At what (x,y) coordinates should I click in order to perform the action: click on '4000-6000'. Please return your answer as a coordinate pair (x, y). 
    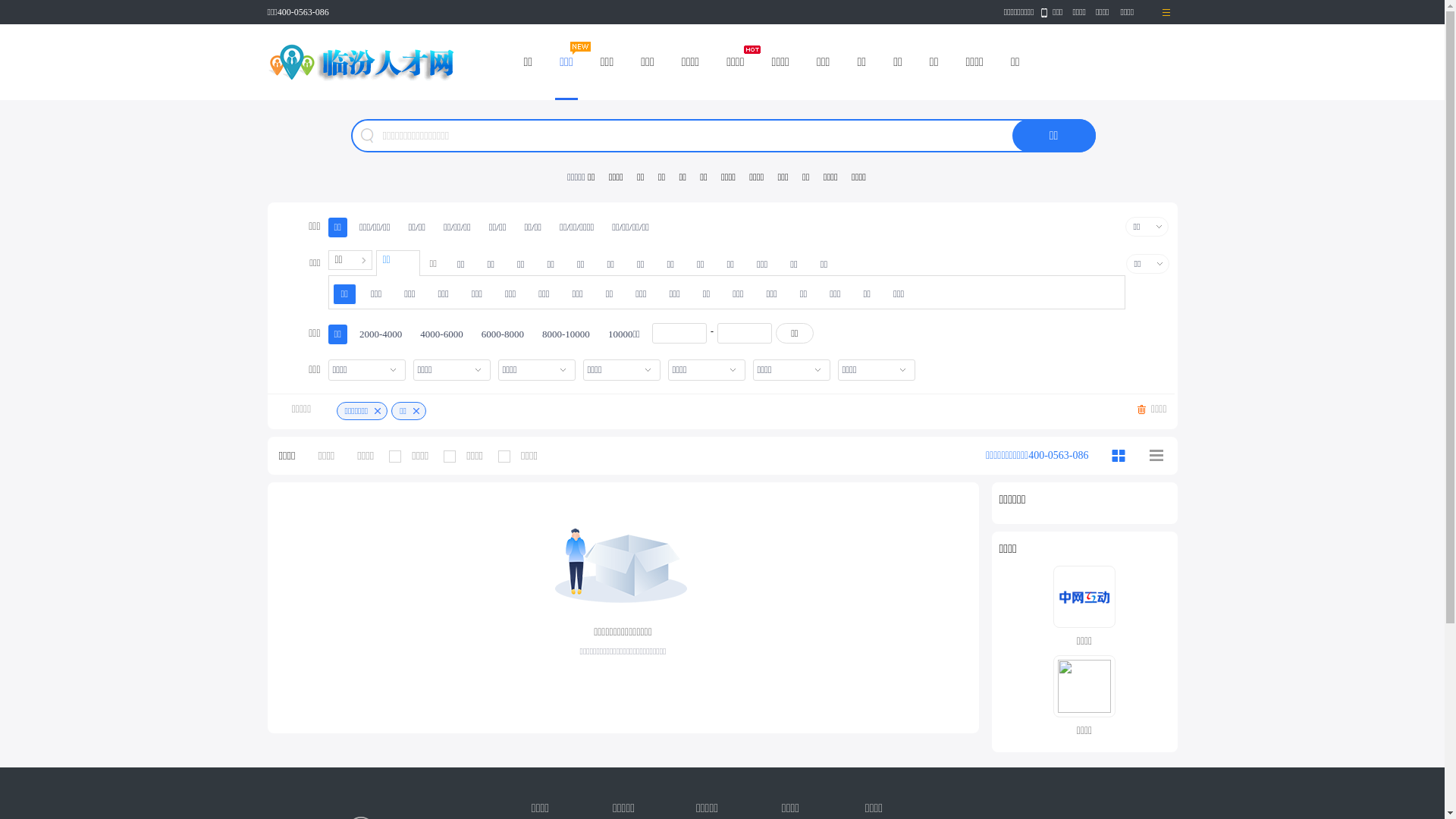
    Looking at the image, I should click on (440, 333).